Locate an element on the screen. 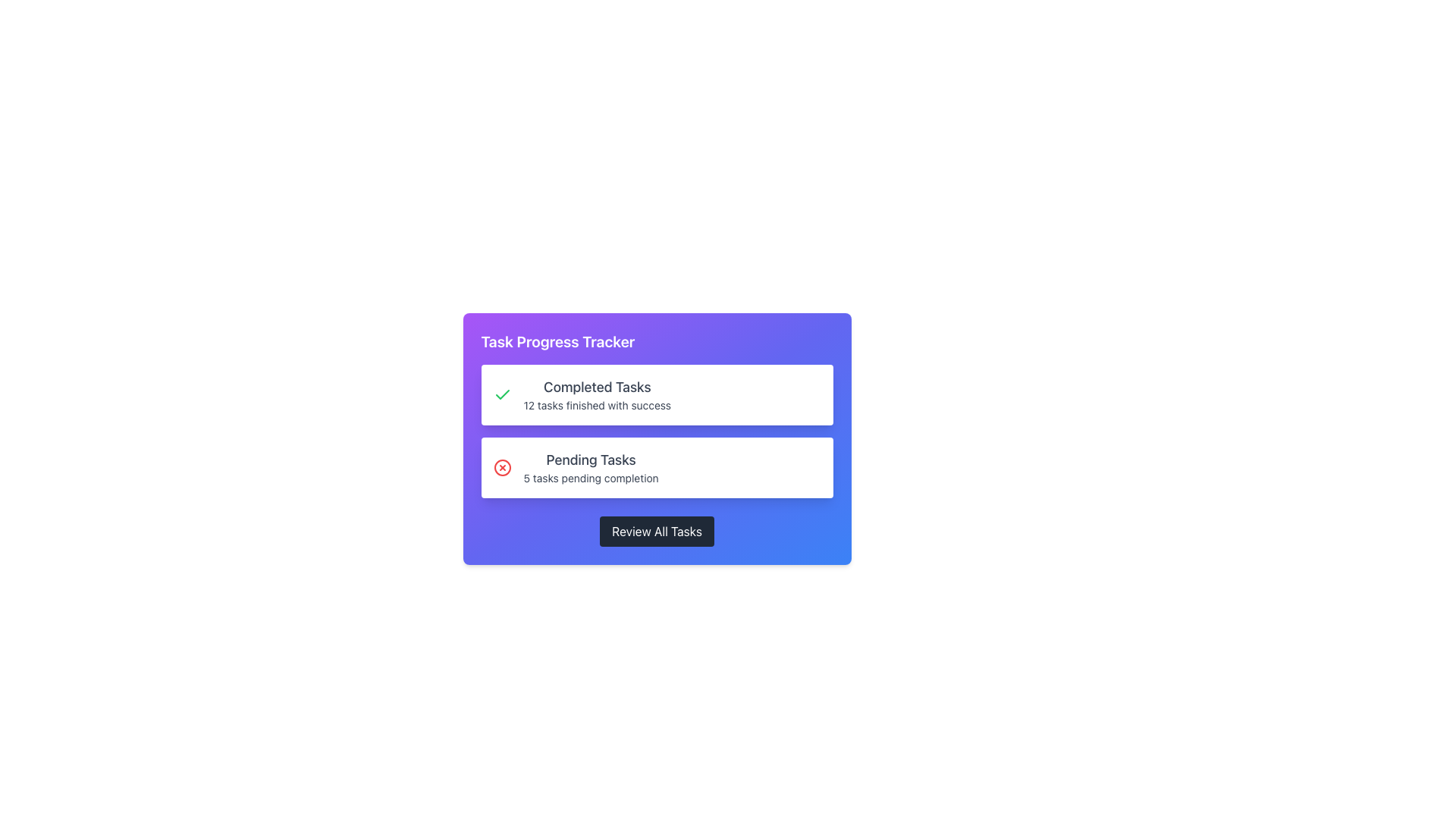  text content of the Text Display element that shows 'Task Progress Tracker', which is styled in bold and placed on a purple gradient background is located at coordinates (557, 342).